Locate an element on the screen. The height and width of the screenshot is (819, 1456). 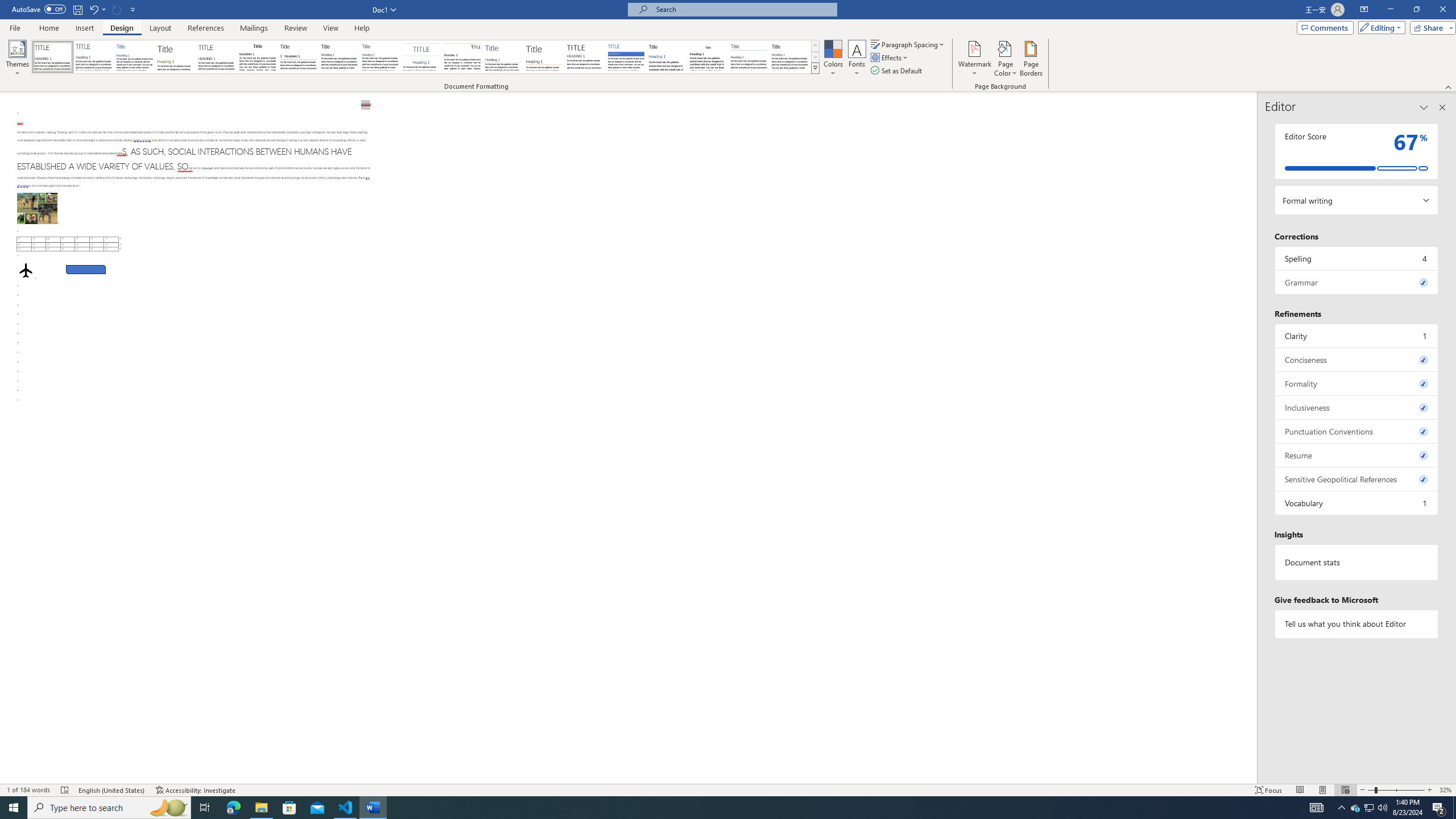
'Lines (Stylish)' is located at coordinates (544, 56).